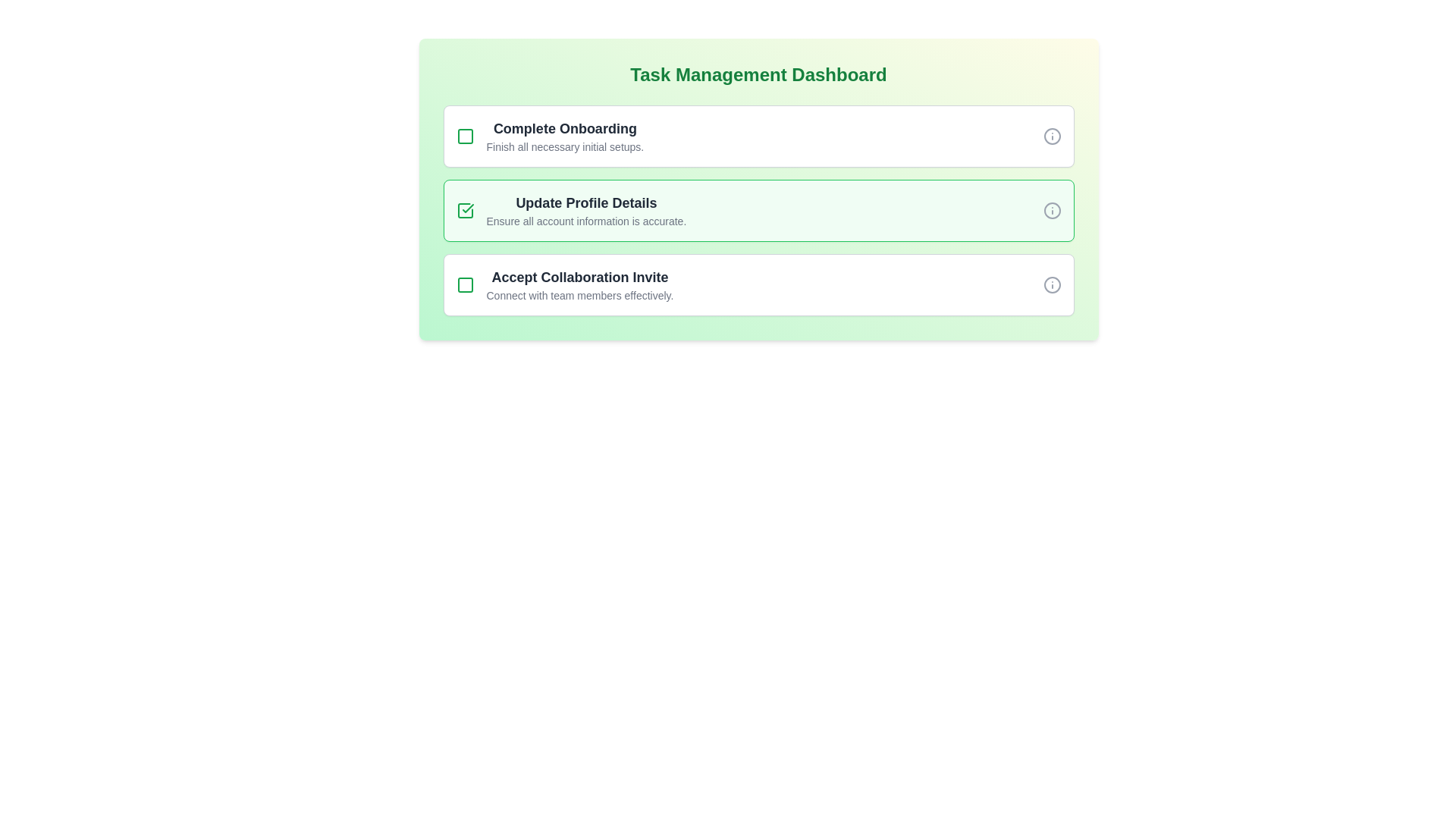 The width and height of the screenshot is (1456, 819). Describe the element at coordinates (758, 210) in the screenshot. I see `the checkbox of the second checklist item in the Task Management Dashboard` at that location.